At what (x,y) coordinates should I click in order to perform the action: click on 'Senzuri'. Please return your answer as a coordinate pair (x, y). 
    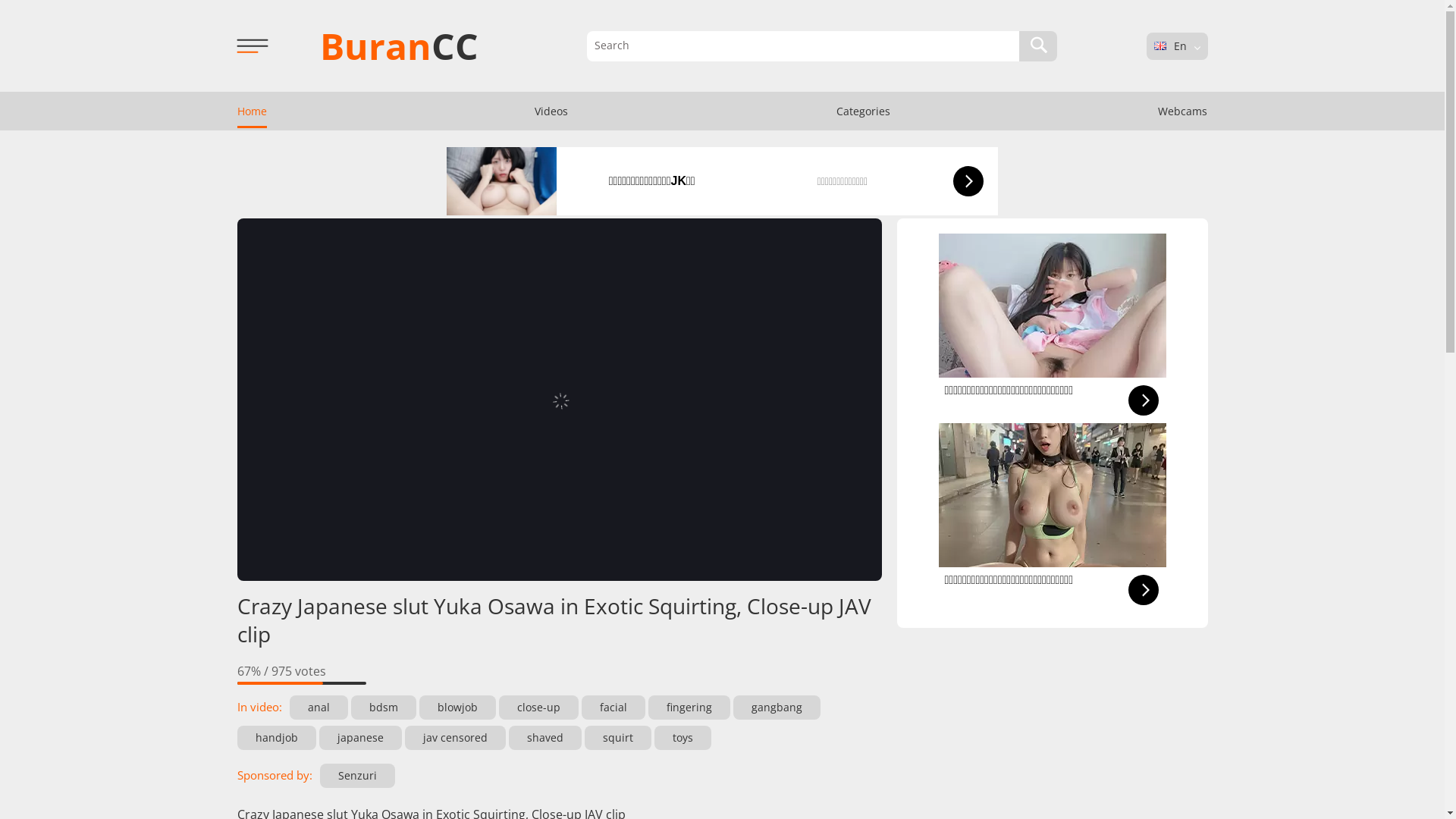
    Looking at the image, I should click on (356, 775).